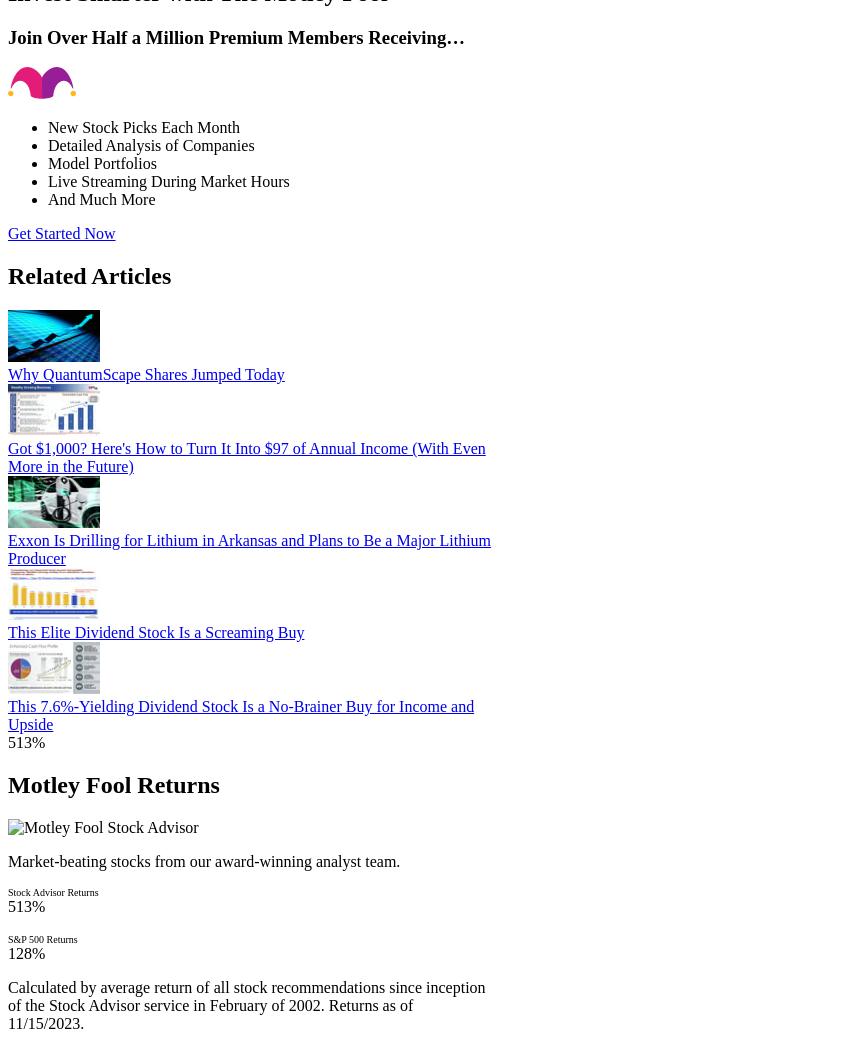 This screenshot has height=1037, width=851. Describe the element at coordinates (203, 861) in the screenshot. I see `'Market-beating stocks from our award-winning analyst team.'` at that location.